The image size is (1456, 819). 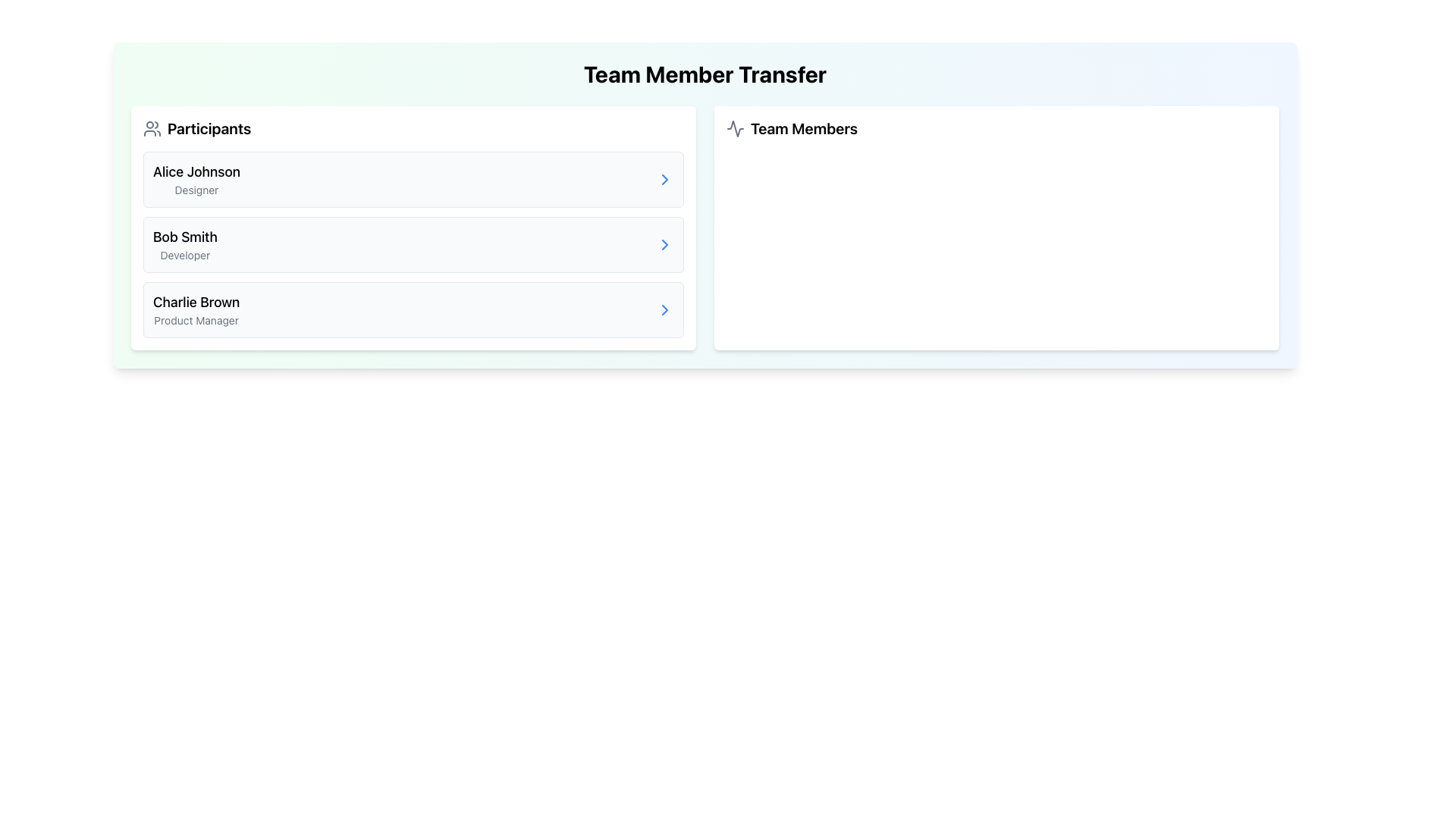 I want to click on the text block displaying 'Bob Smith' and 'Developer', so click(x=184, y=244).